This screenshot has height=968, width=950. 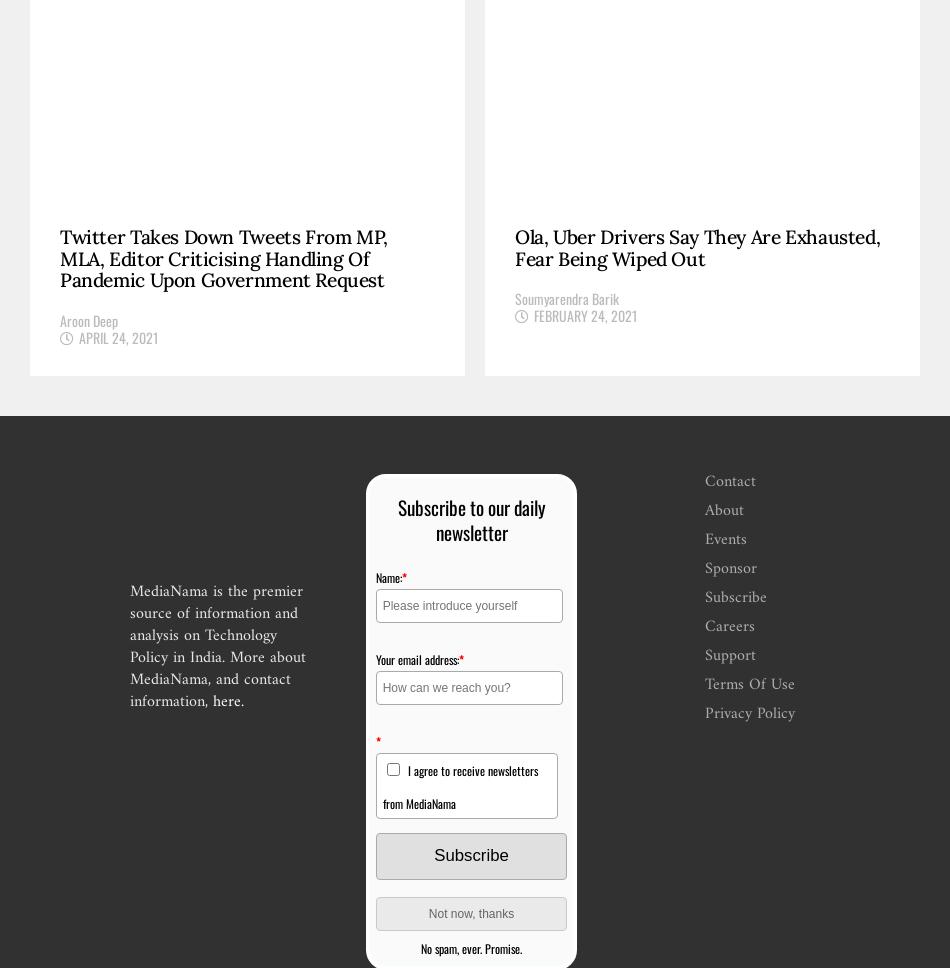 I want to click on 'Your email address:', so click(x=373, y=658).